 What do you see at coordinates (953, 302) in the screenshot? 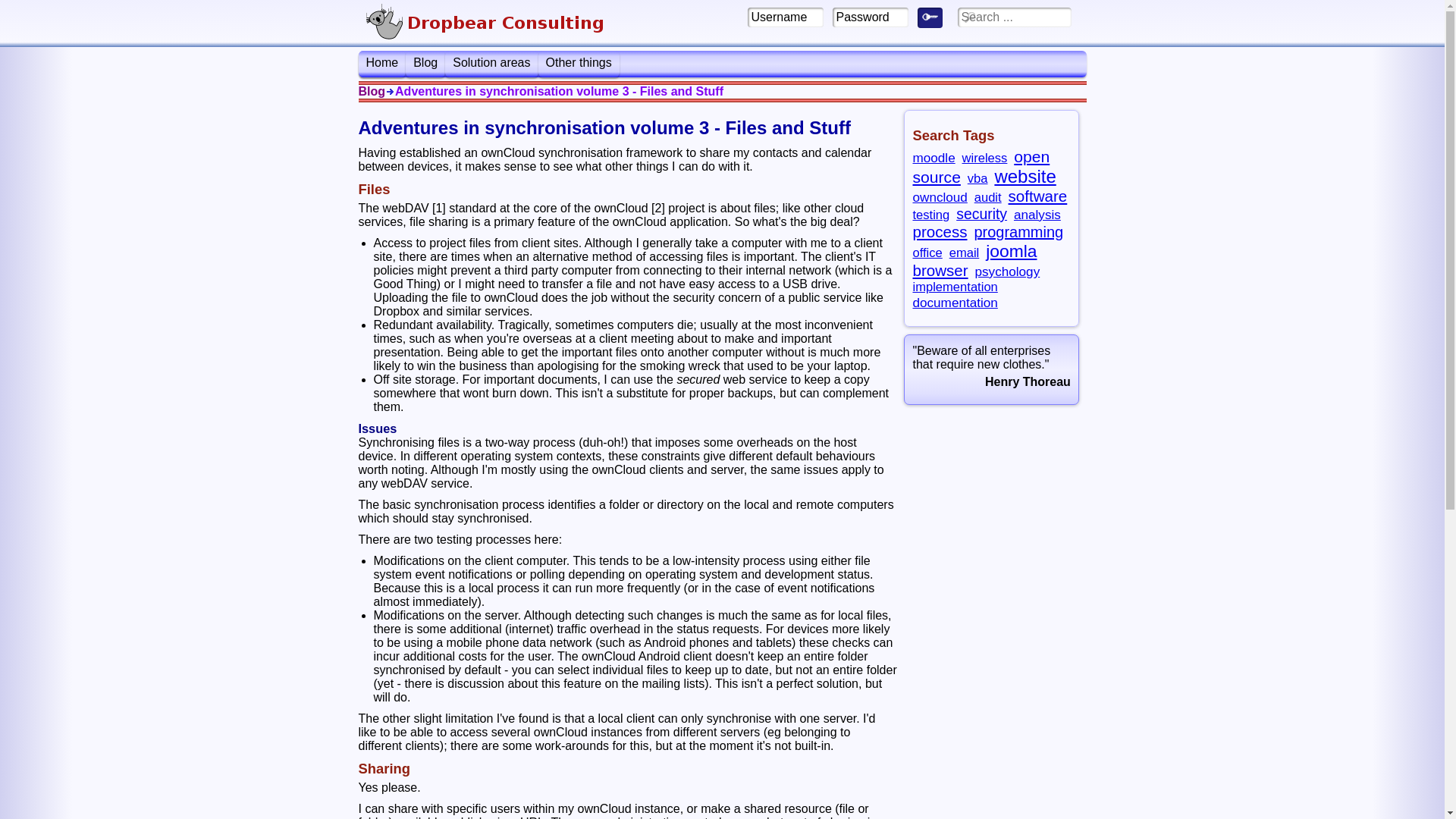
I see `'documentation'` at bounding box center [953, 302].